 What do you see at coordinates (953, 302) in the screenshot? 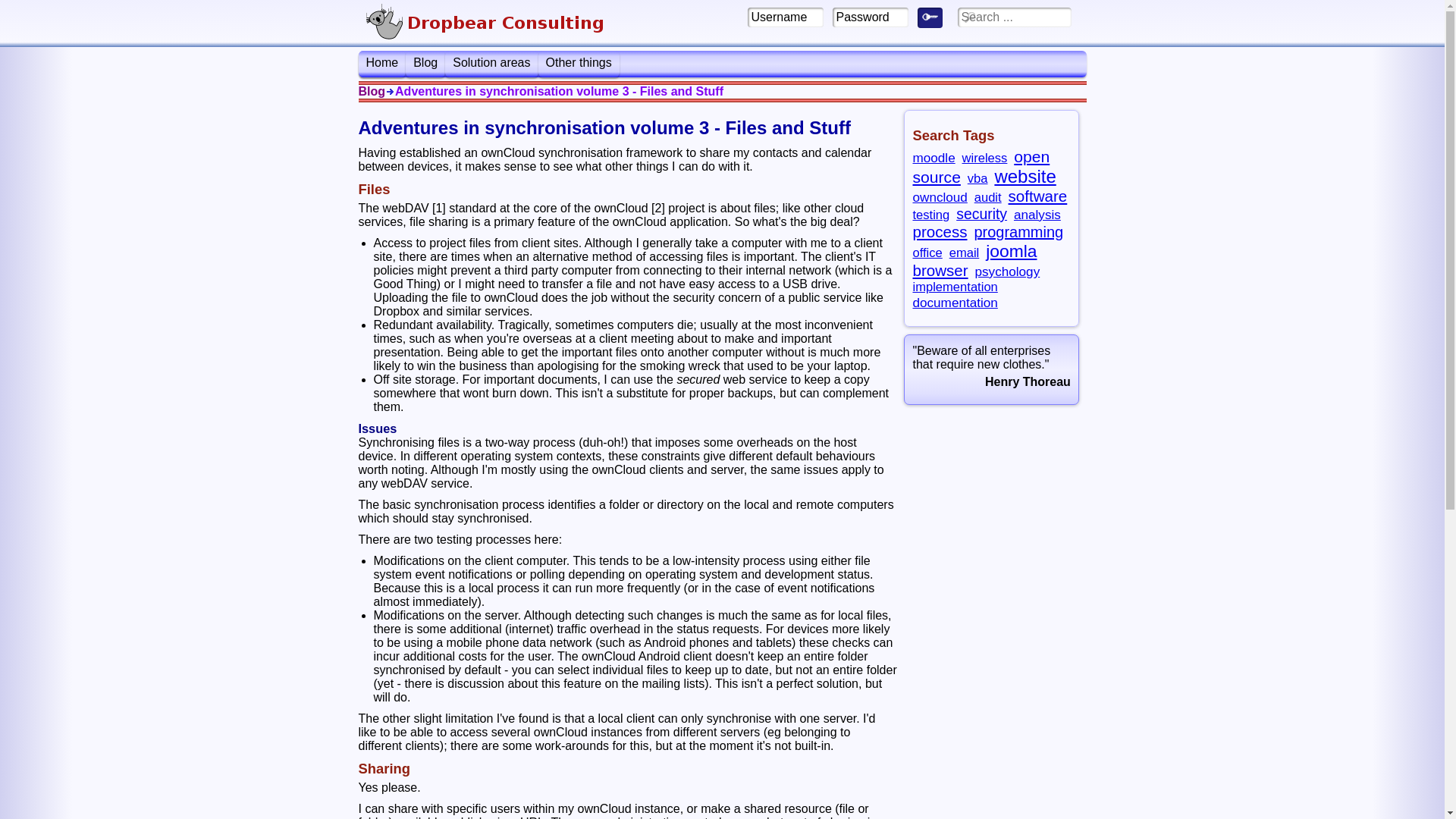
I see `'documentation'` at bounding box center [953, 302].